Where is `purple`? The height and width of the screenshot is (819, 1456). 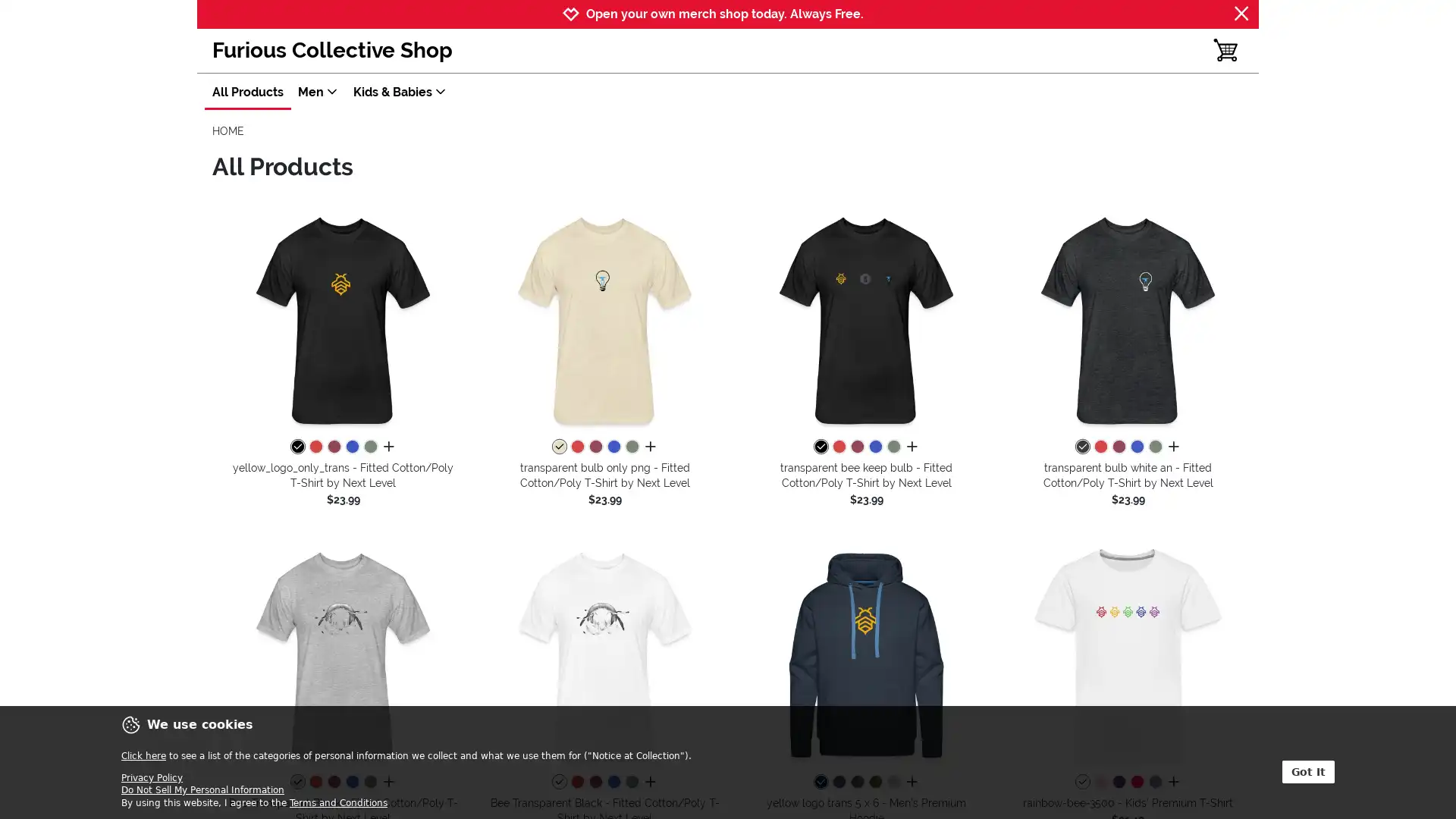
purple is located at coordinates (1118, 783).